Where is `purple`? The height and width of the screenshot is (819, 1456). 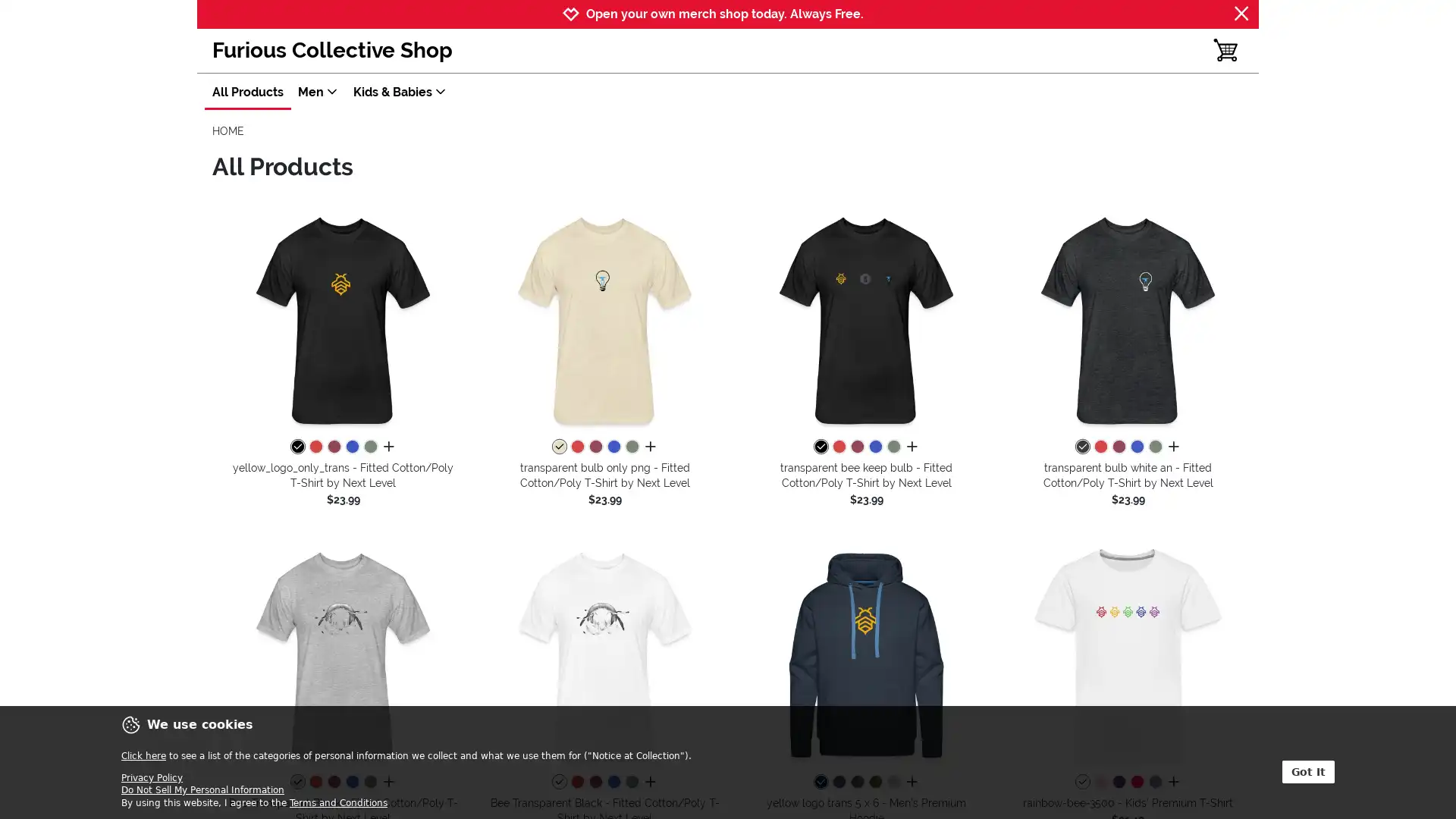
purple is located at coordinates (1118, 783).